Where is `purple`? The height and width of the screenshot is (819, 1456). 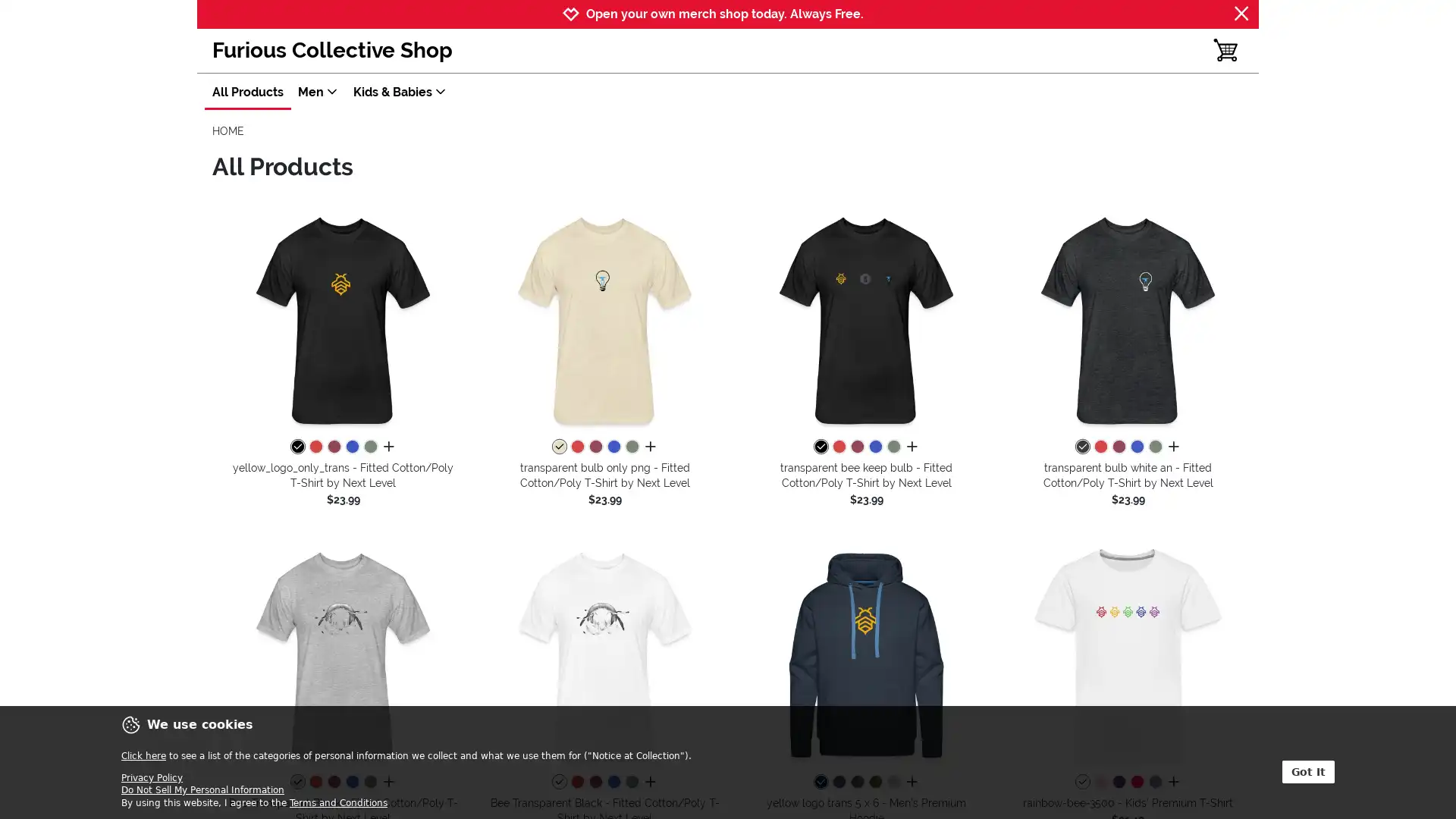
purple is located at coordinates (1118, 783).